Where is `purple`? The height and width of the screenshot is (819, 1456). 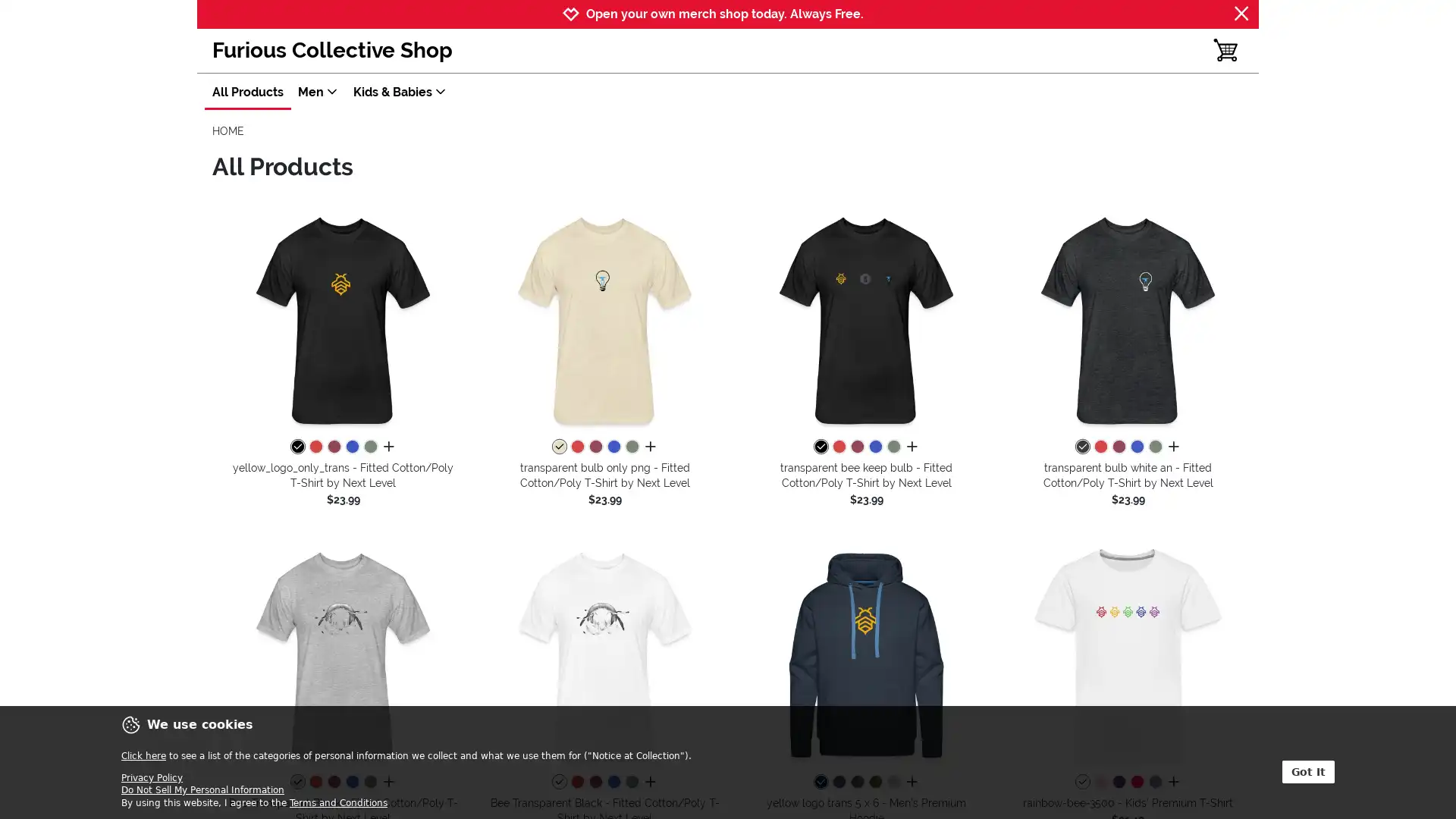
purple is located at coordinates (1118, 783).